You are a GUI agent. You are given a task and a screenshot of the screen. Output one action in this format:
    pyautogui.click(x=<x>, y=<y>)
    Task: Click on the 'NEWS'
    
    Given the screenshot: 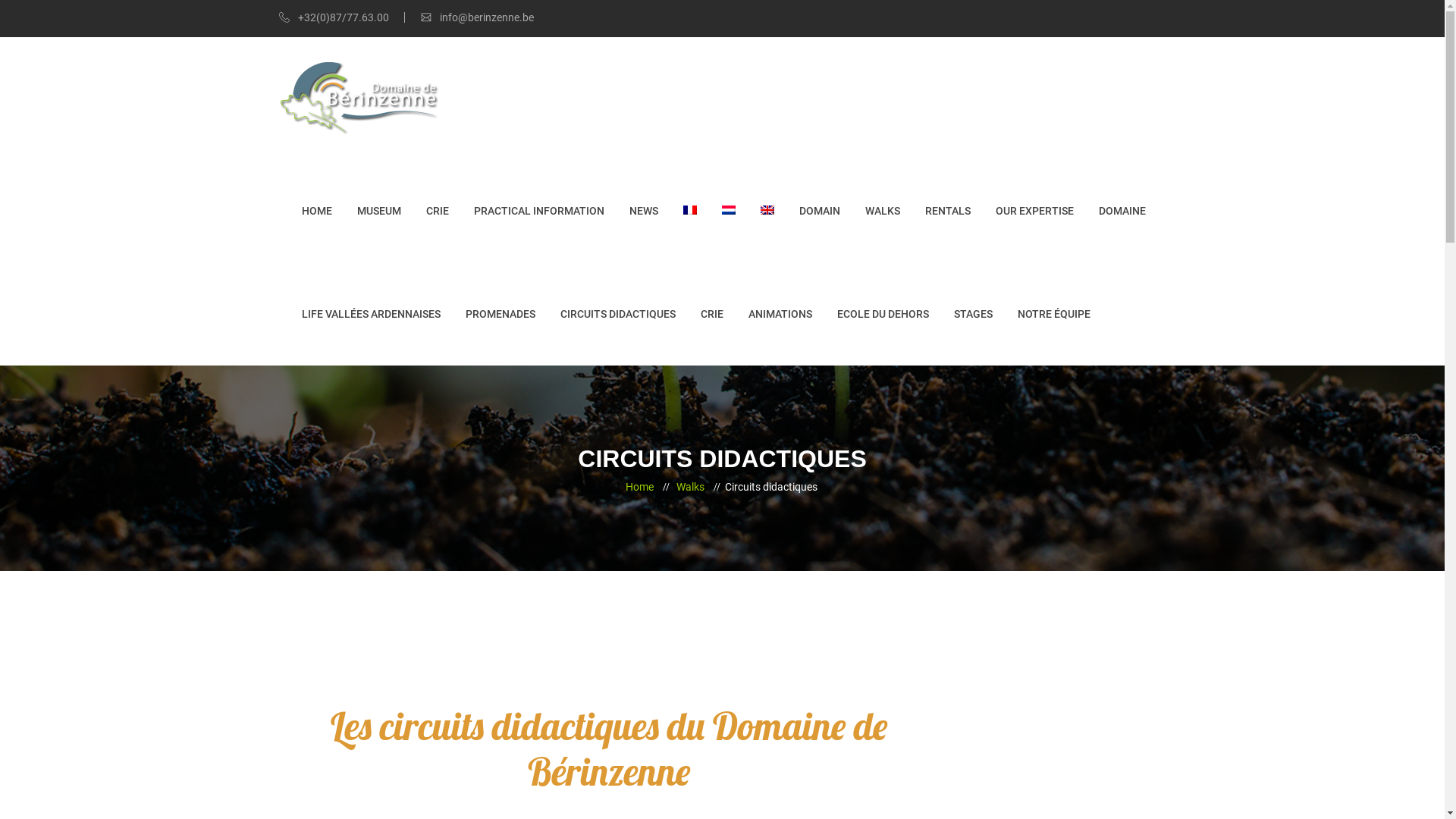 What is the action you would take?
    pyautogui.click(x=644, y=210)
    